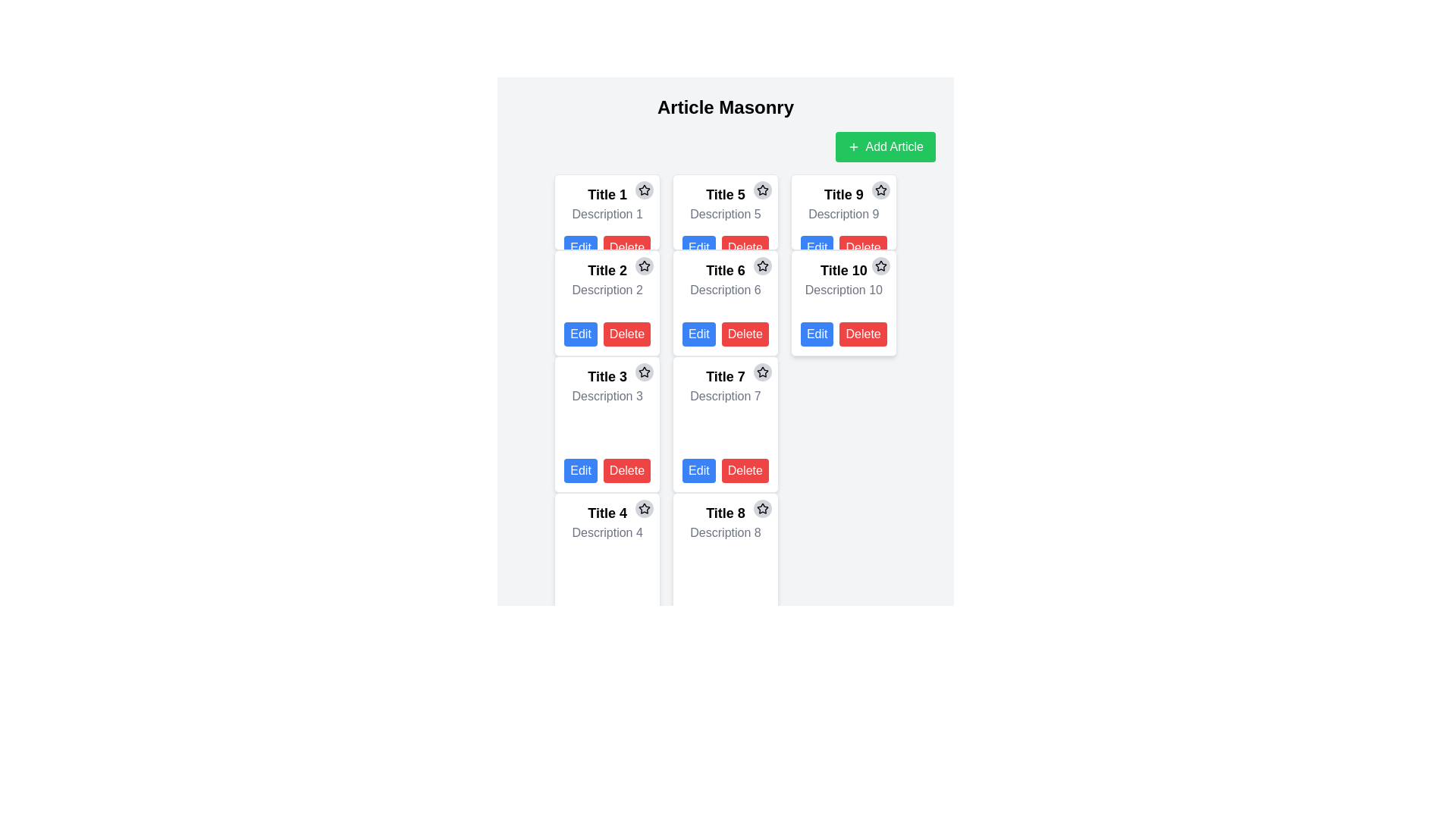 The width and height of the screenshot is (1456, 819). I want to click on the icon button in the top-right corner of the card labeled 'Title 6', so click(762, 265).